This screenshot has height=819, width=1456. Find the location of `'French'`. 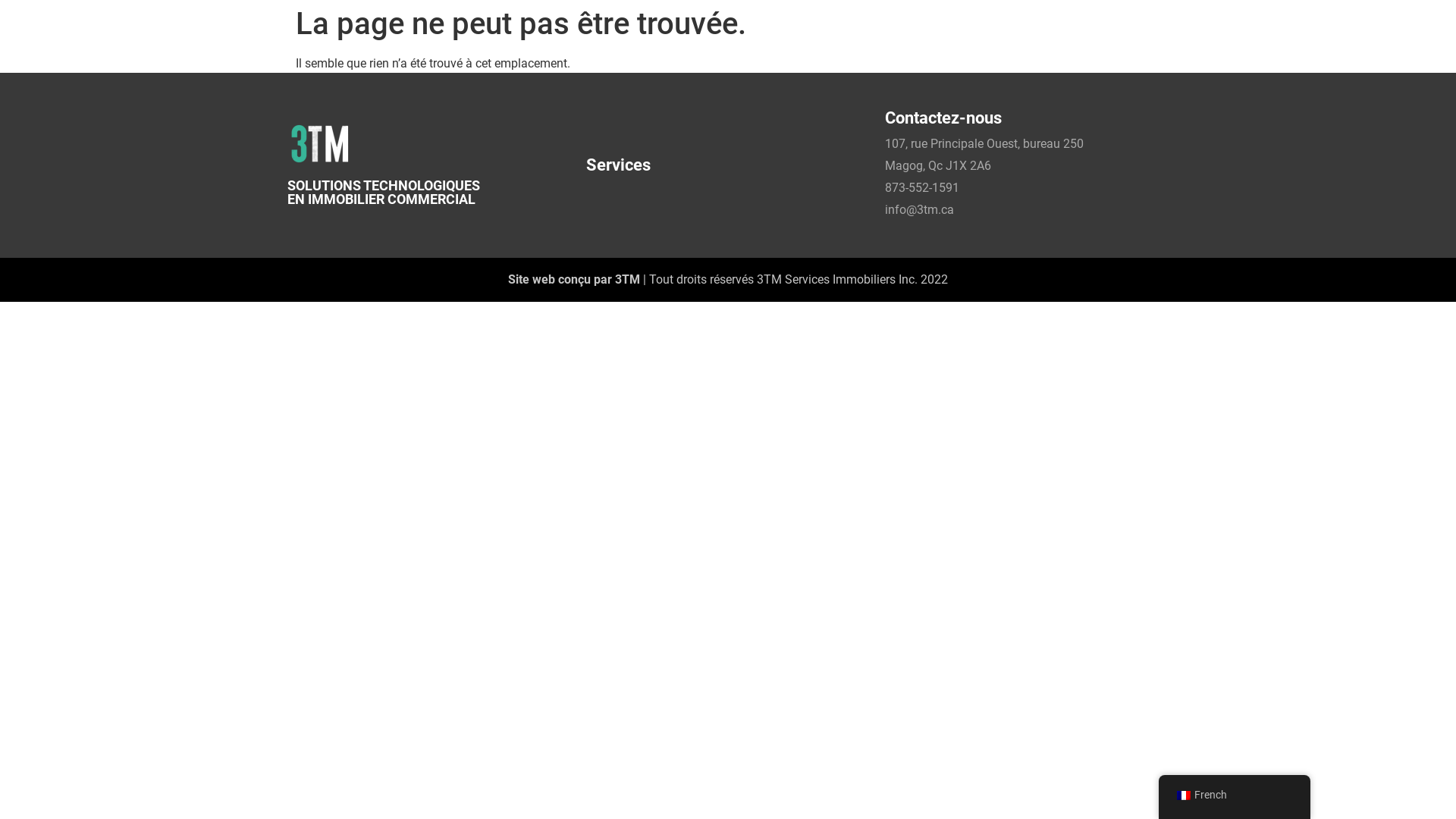

'French' is located at coordinates (1175, 795).